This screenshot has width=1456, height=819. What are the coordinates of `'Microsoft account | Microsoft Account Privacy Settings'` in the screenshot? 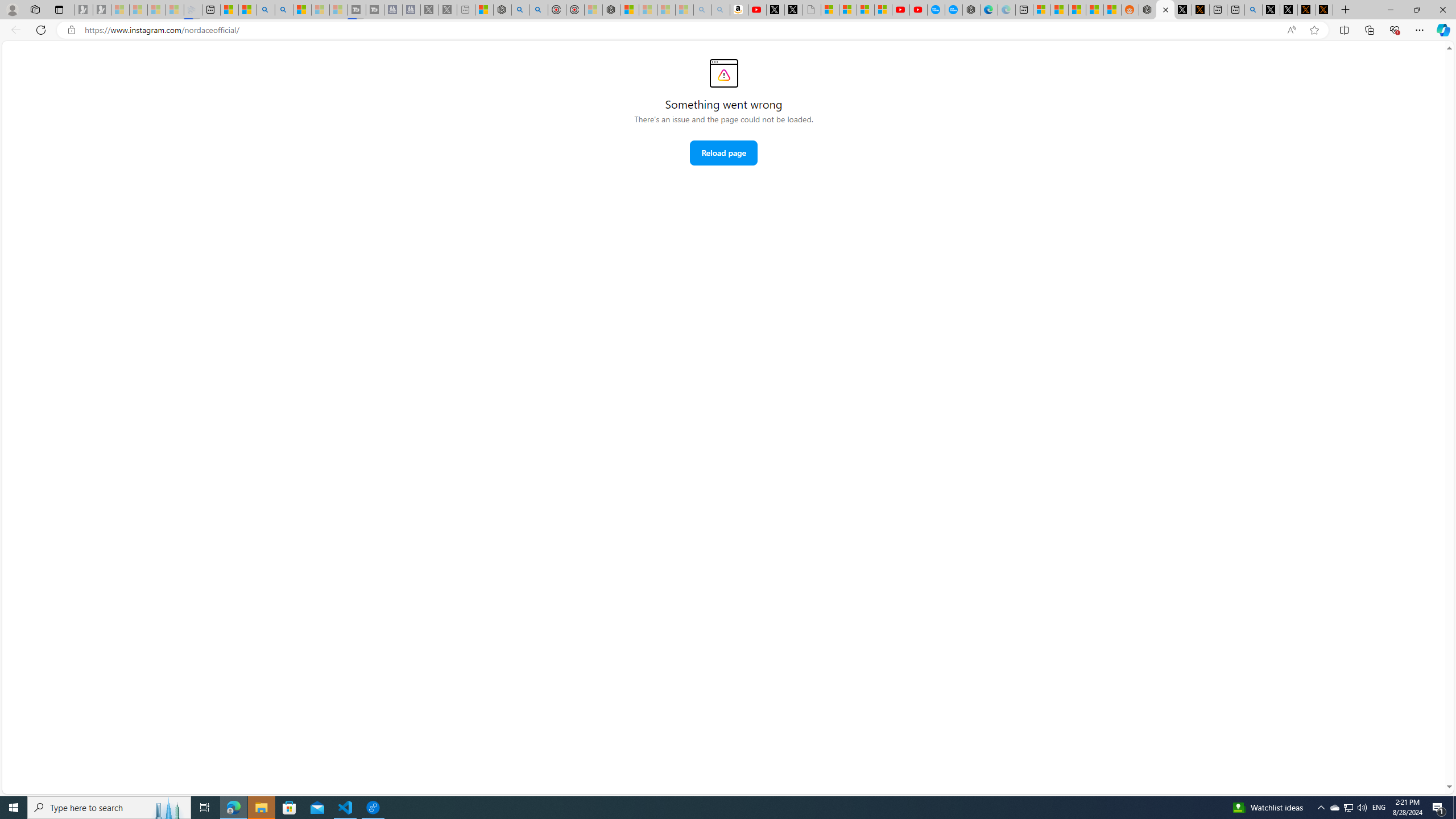 It's located at (1041, 9).